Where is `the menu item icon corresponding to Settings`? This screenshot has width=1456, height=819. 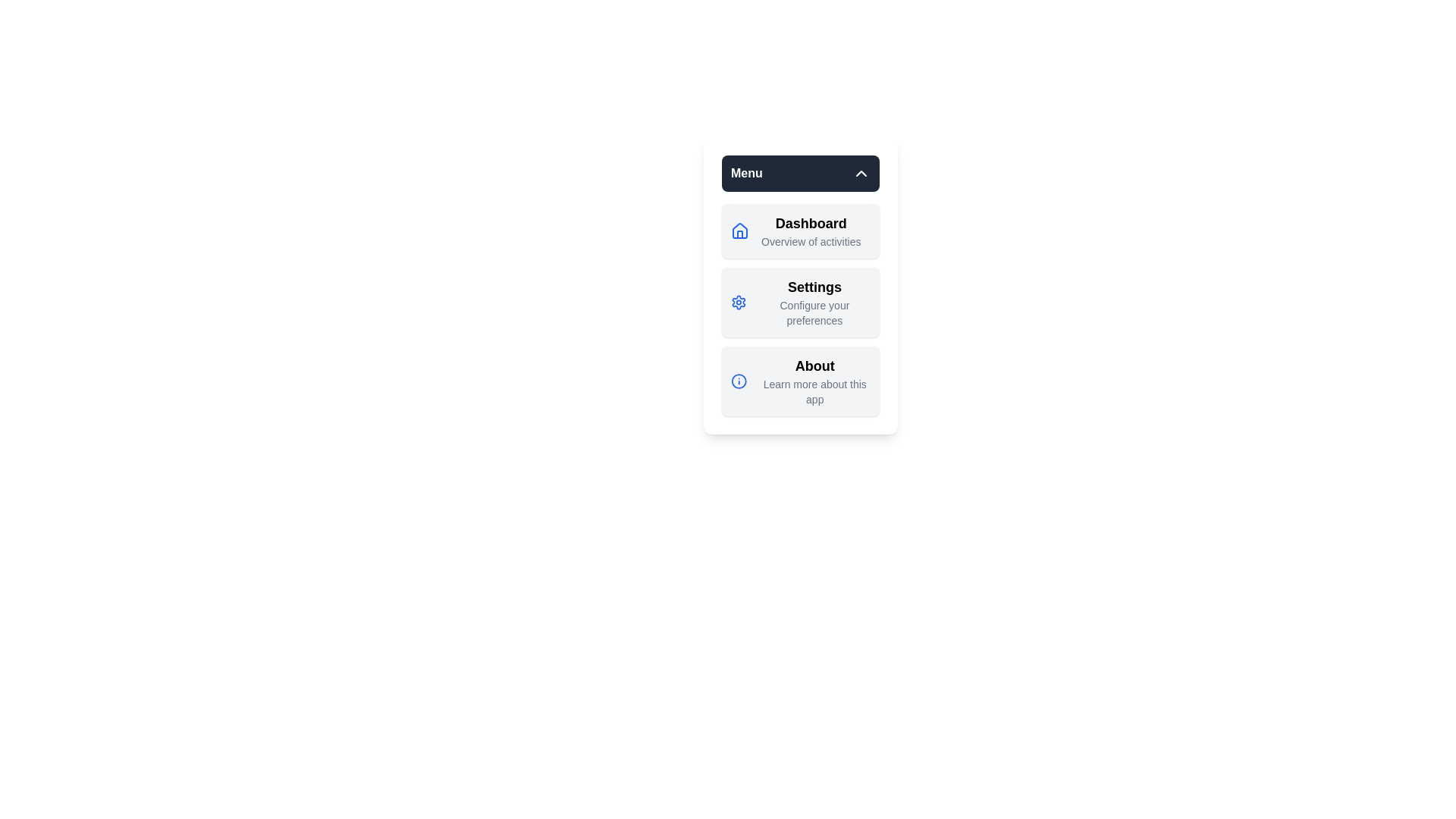
the menu item icon corresponding to Settings is located at coordinates (739, 302).